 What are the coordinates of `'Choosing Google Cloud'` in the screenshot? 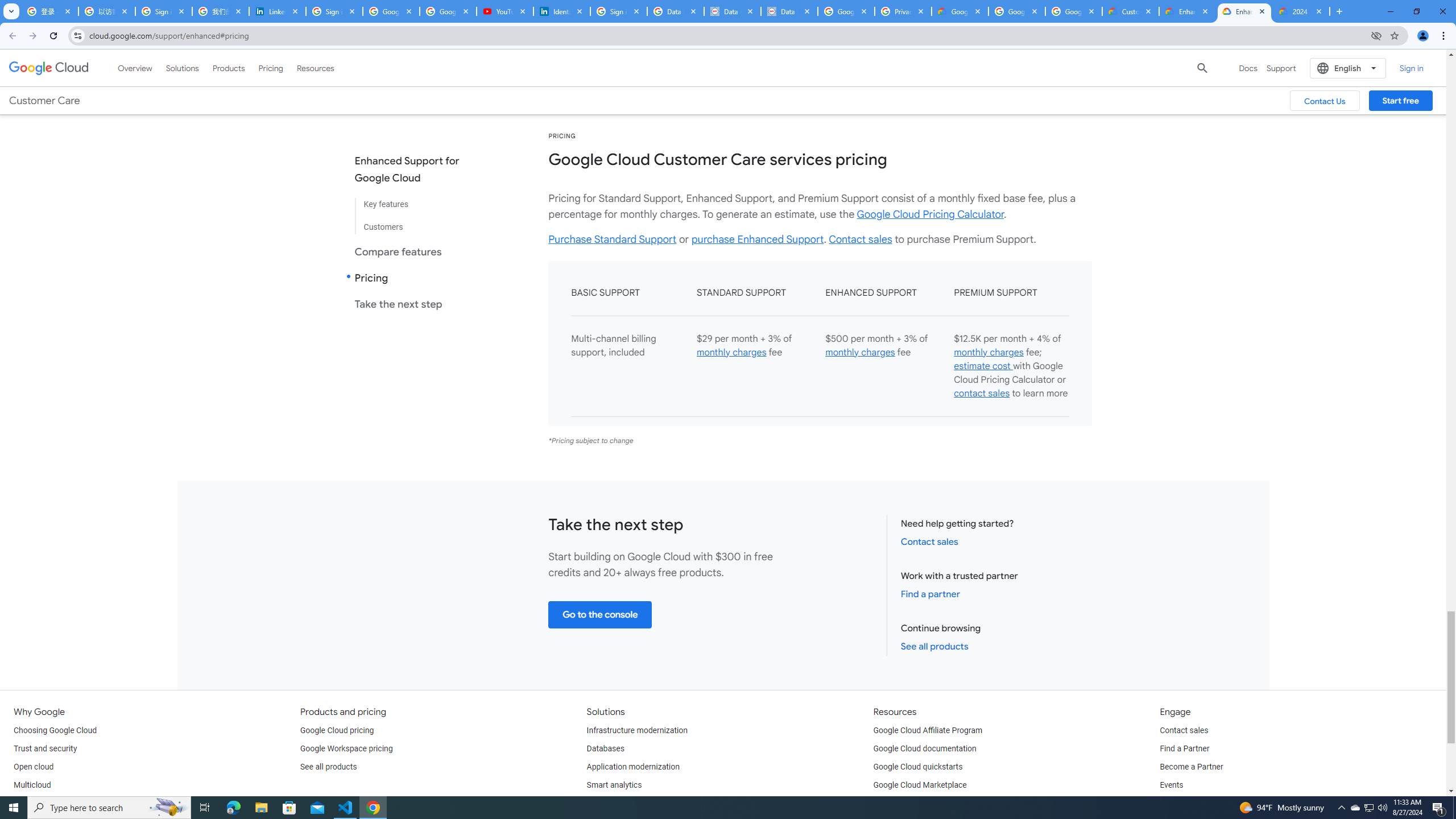 It's located at (55, 730).